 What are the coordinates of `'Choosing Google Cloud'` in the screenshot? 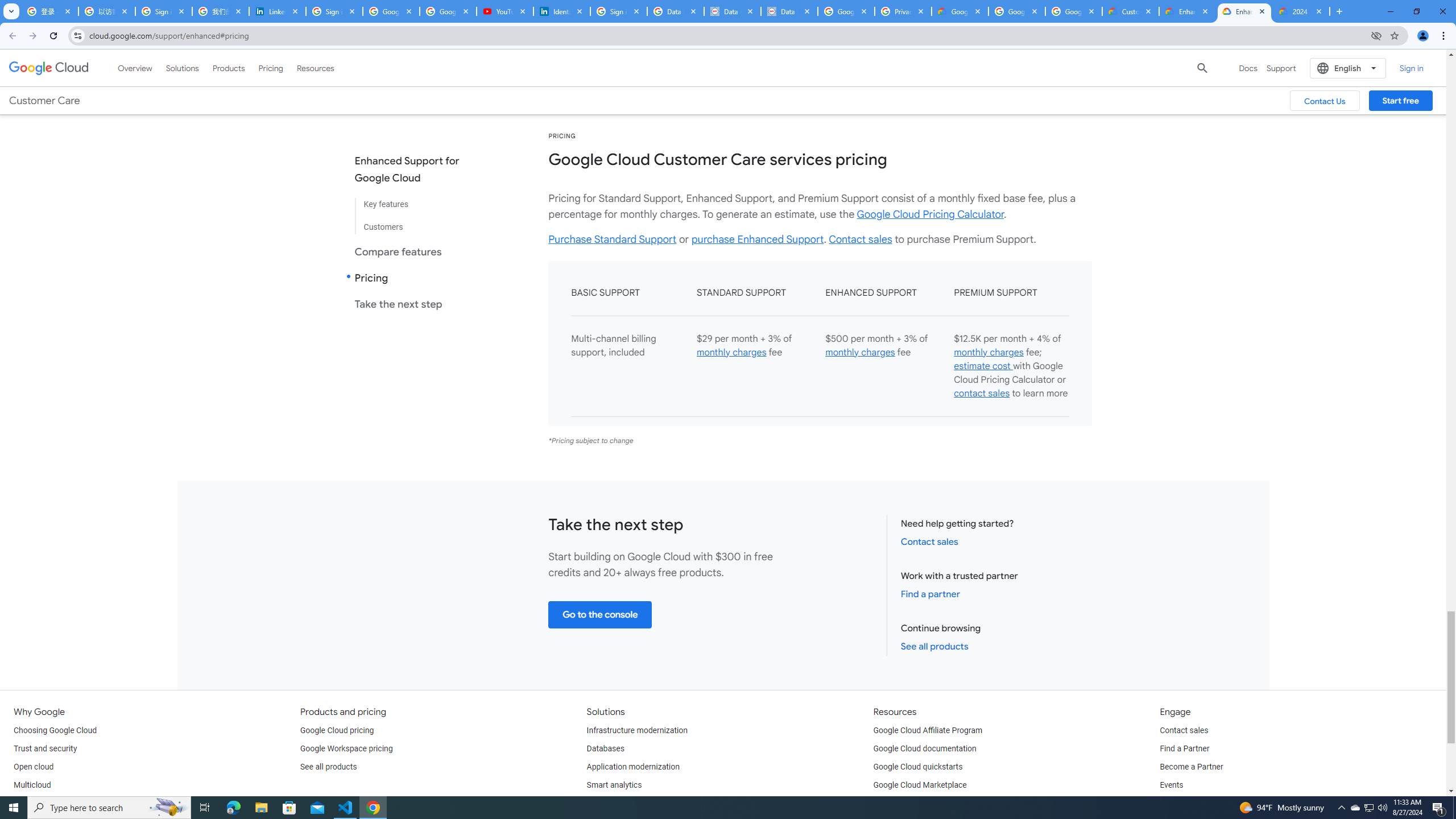 It's located at (55, 730).